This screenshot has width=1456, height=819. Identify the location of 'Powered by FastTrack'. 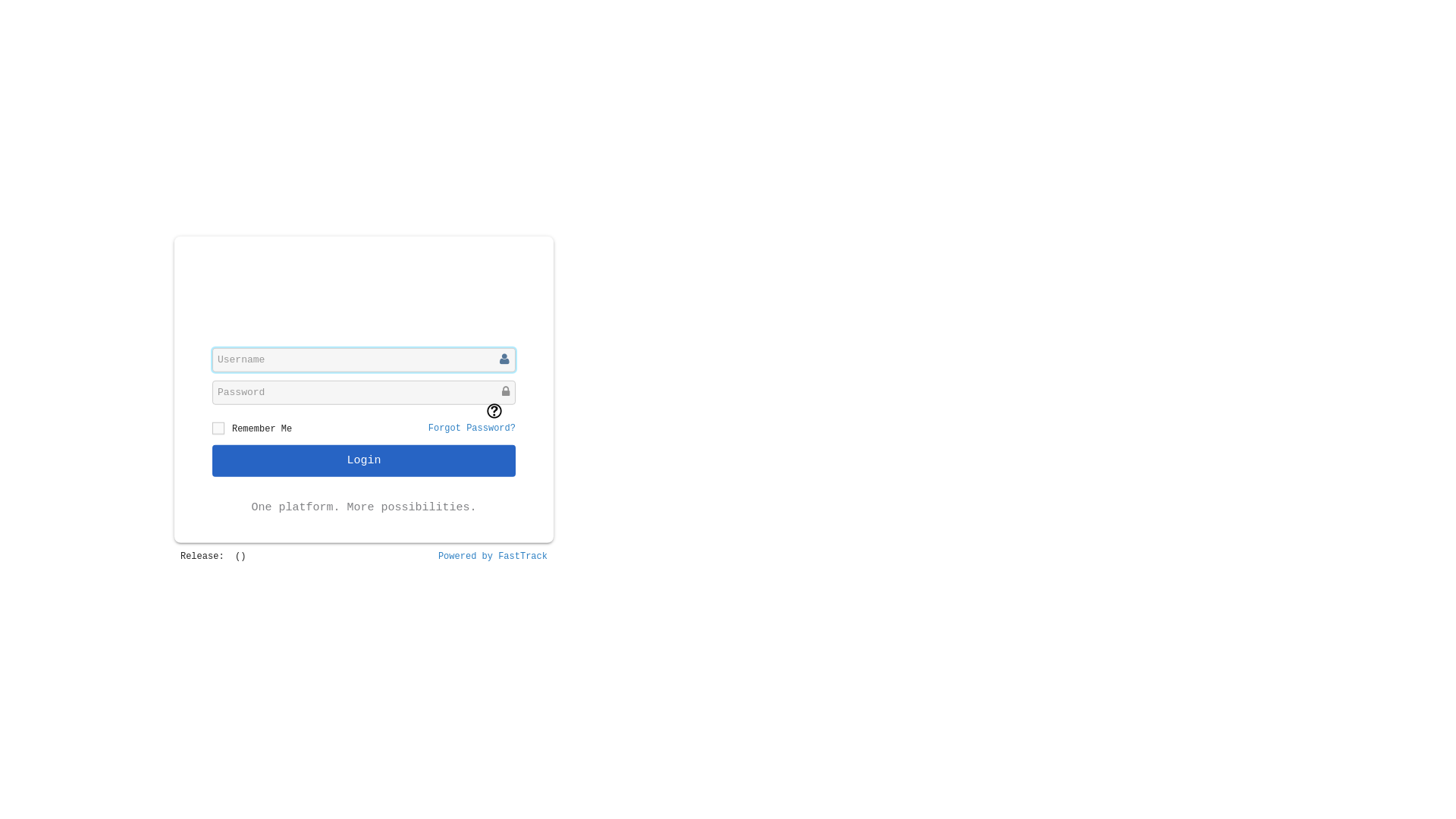
(492, 556).